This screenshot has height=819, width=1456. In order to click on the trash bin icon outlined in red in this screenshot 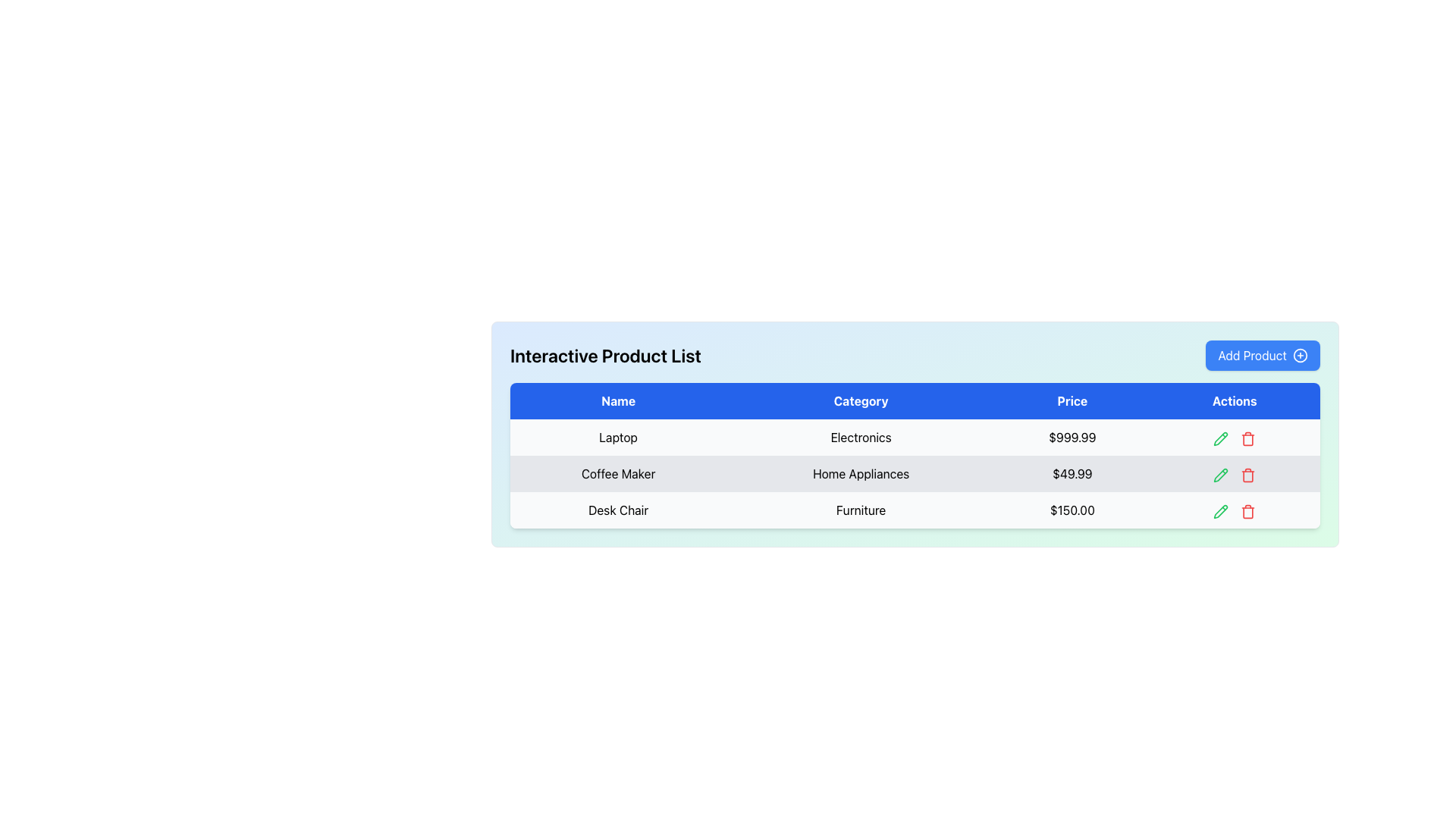, I will do `click(1248, 438)`.